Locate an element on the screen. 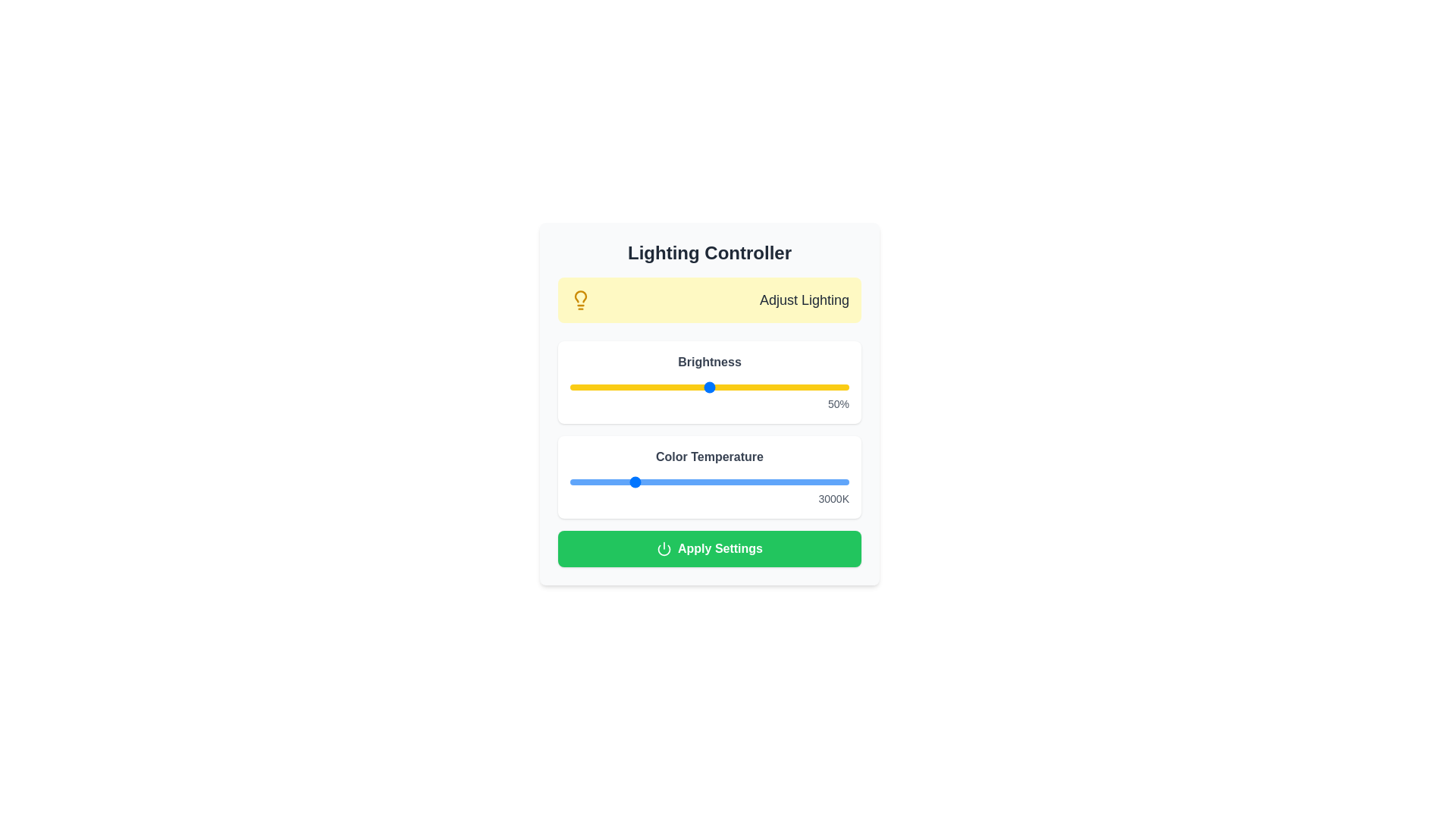 The width and height of the screenshot is (1456, 819). the color temperature slider to 2980 K is located at coordinates (631, 482).